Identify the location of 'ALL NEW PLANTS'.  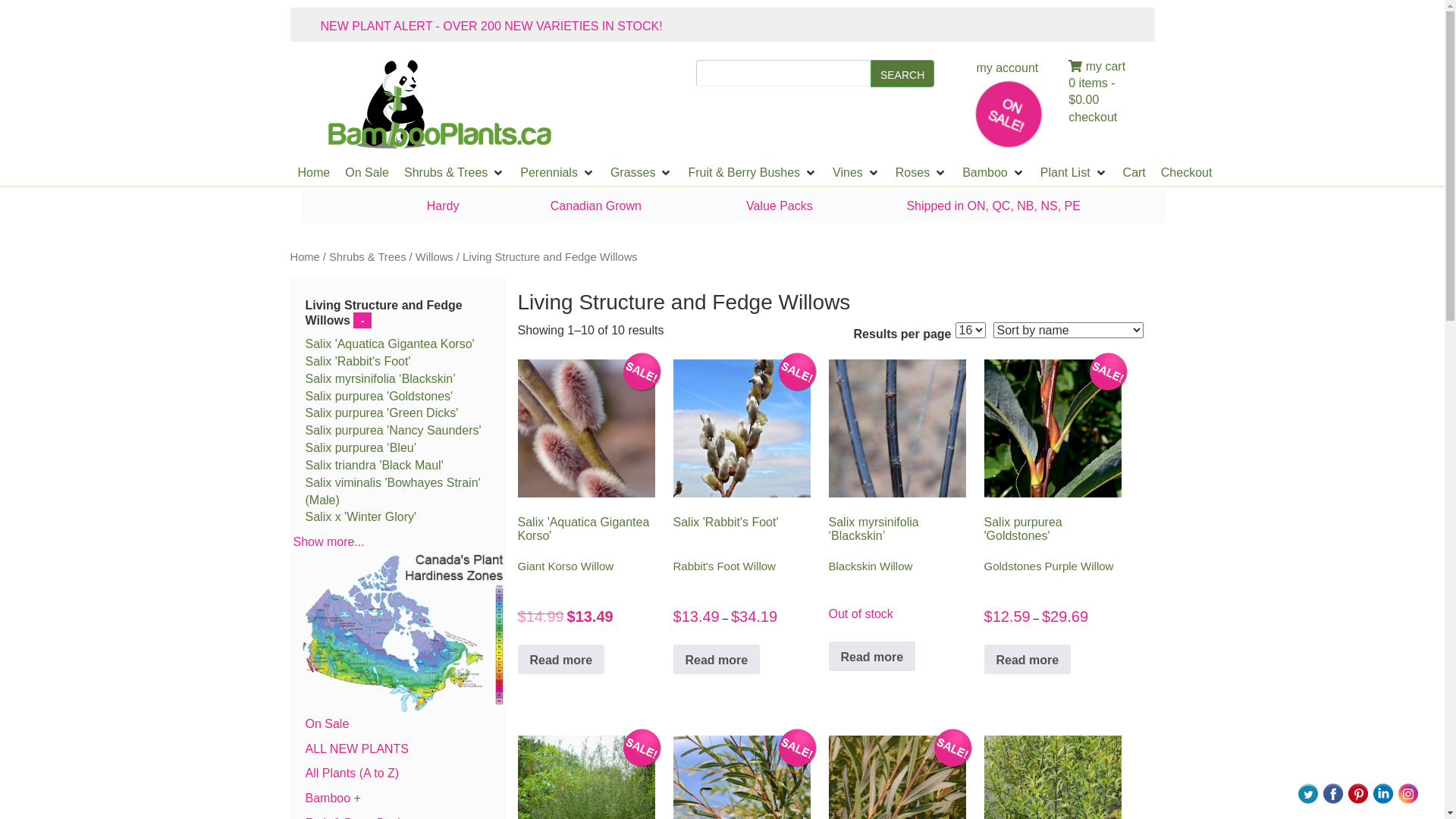
(356, 748).